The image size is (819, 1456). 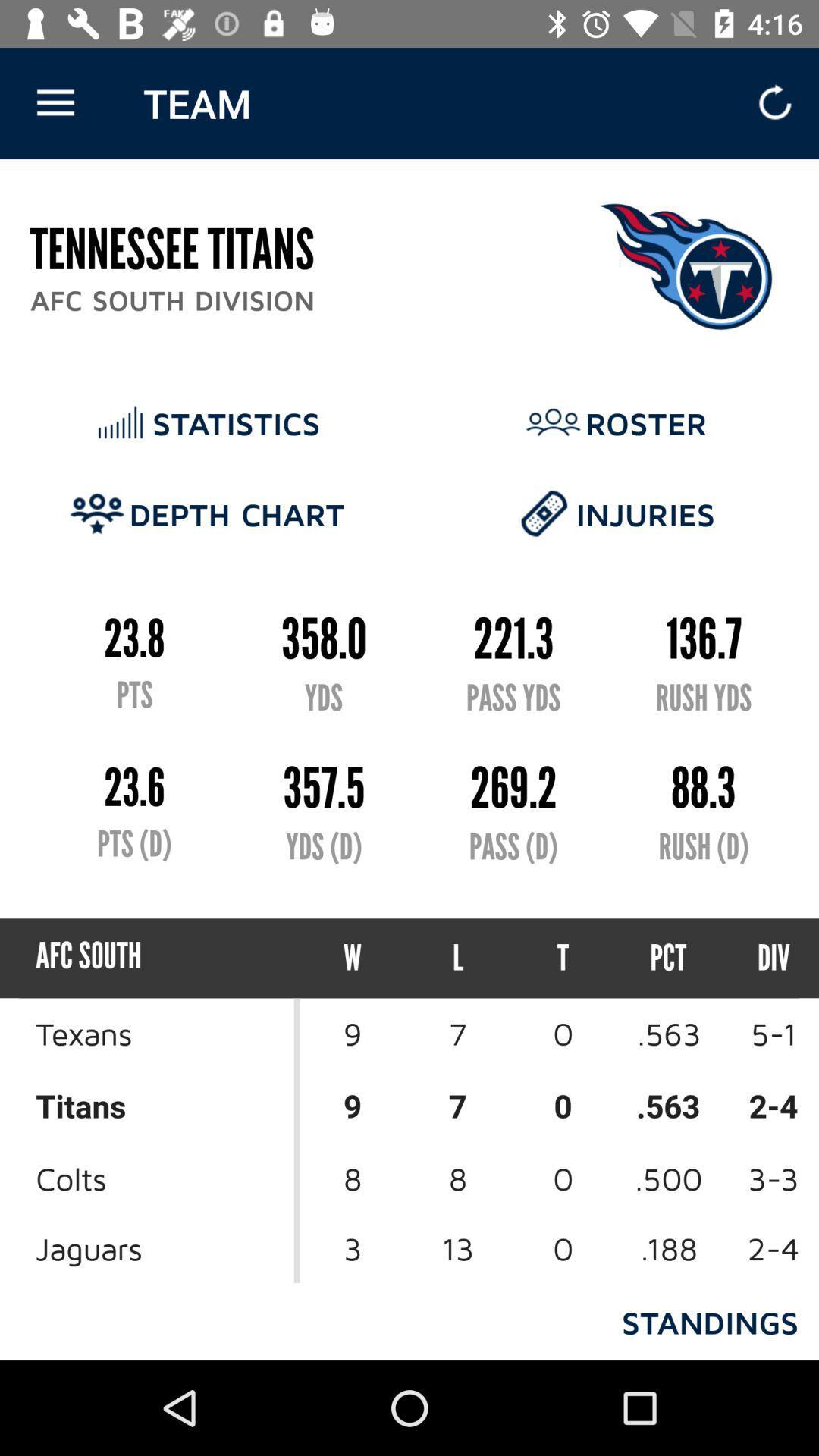 What do you see at coordinates (543, 513) in the screenshot?
I see `the icon which is left of the text injuries` at bounding box center [543, 513].